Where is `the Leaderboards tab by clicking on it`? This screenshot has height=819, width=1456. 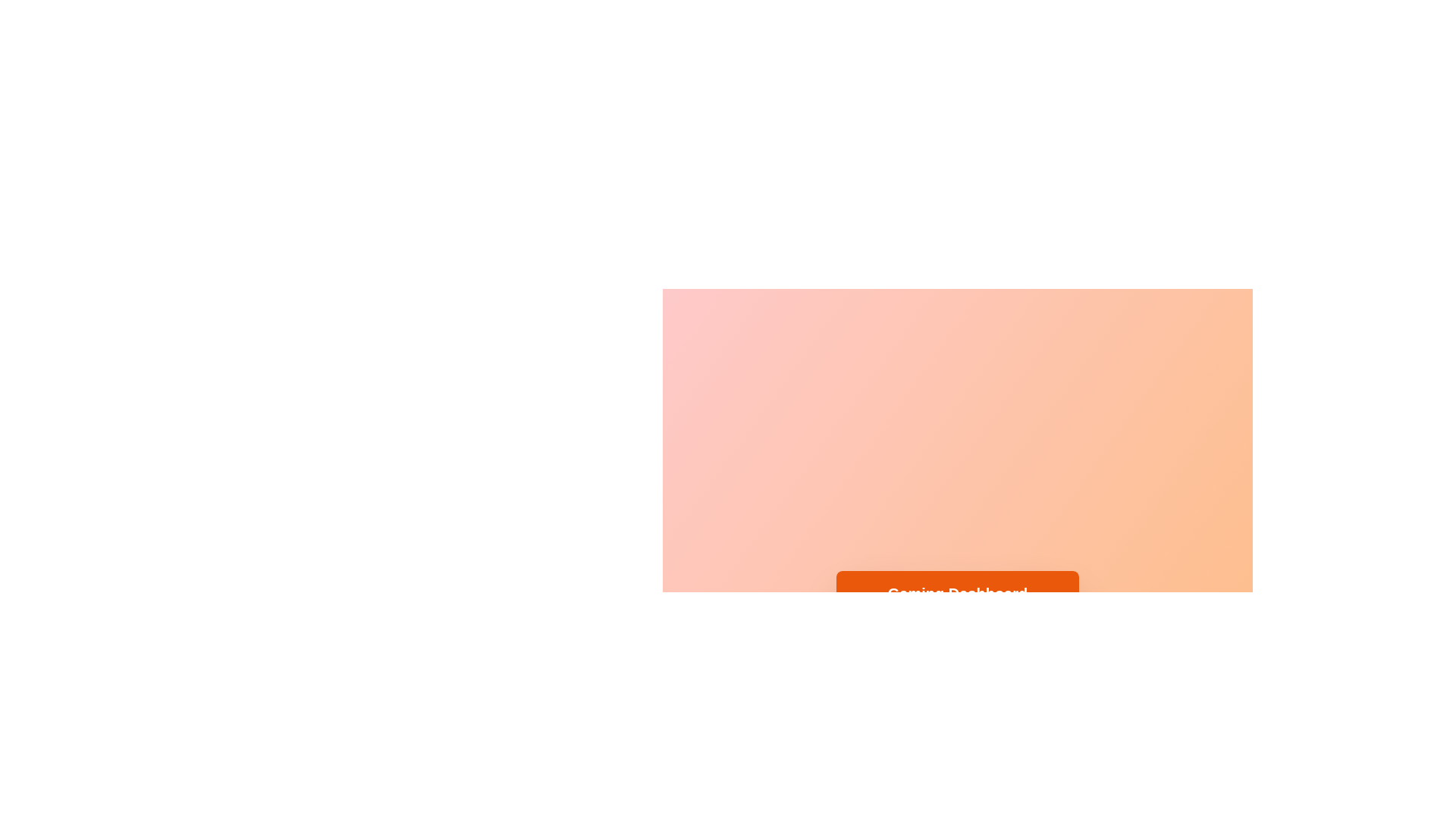 the Leaderboards tab by clicking on it is located at coordinates (968, 643).